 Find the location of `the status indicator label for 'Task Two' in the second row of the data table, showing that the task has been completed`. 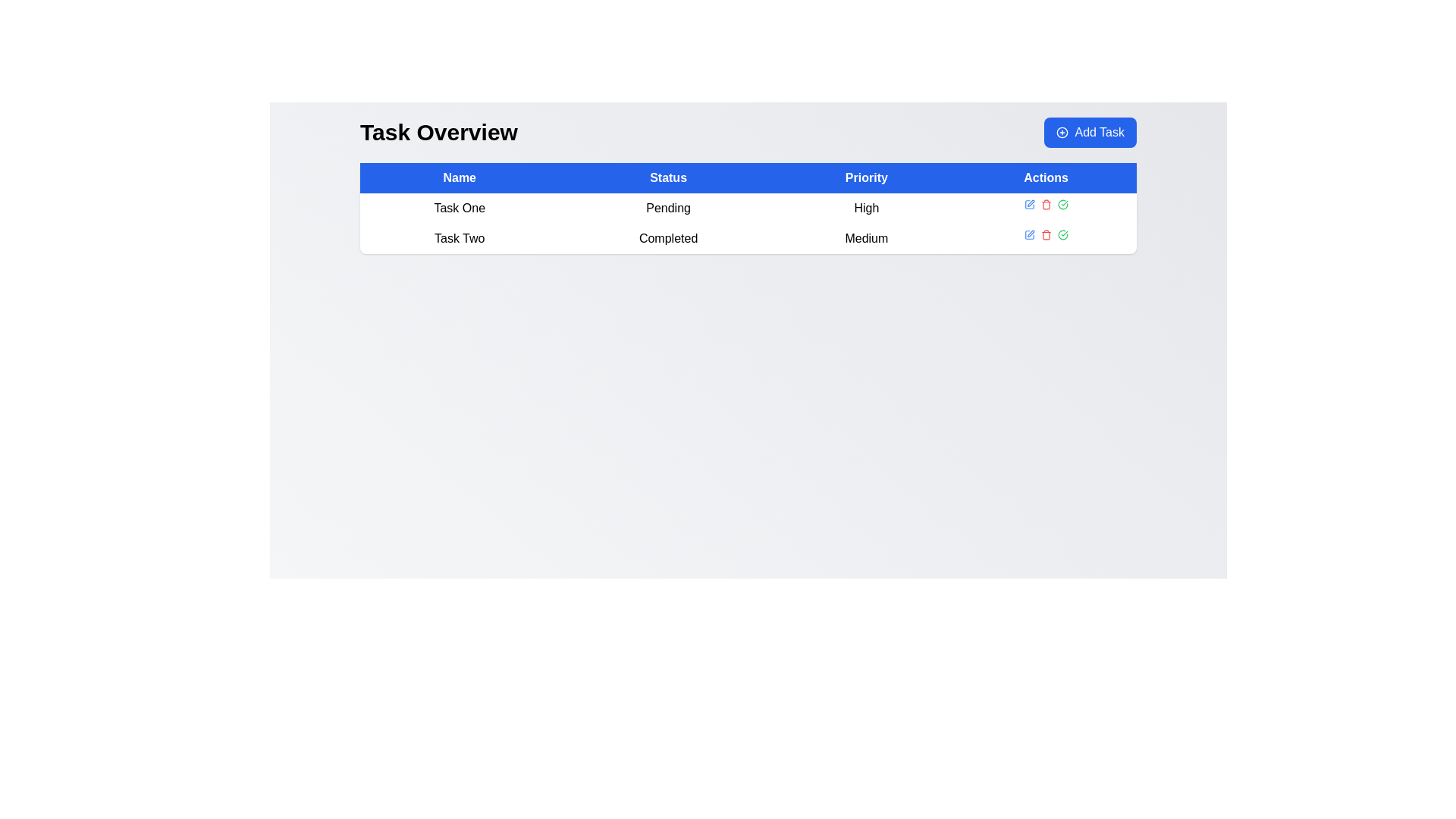

the status indicator label for 'Task Two' in the second row of the data table, showing that the task has been completed is located at coordinates (667, 239).